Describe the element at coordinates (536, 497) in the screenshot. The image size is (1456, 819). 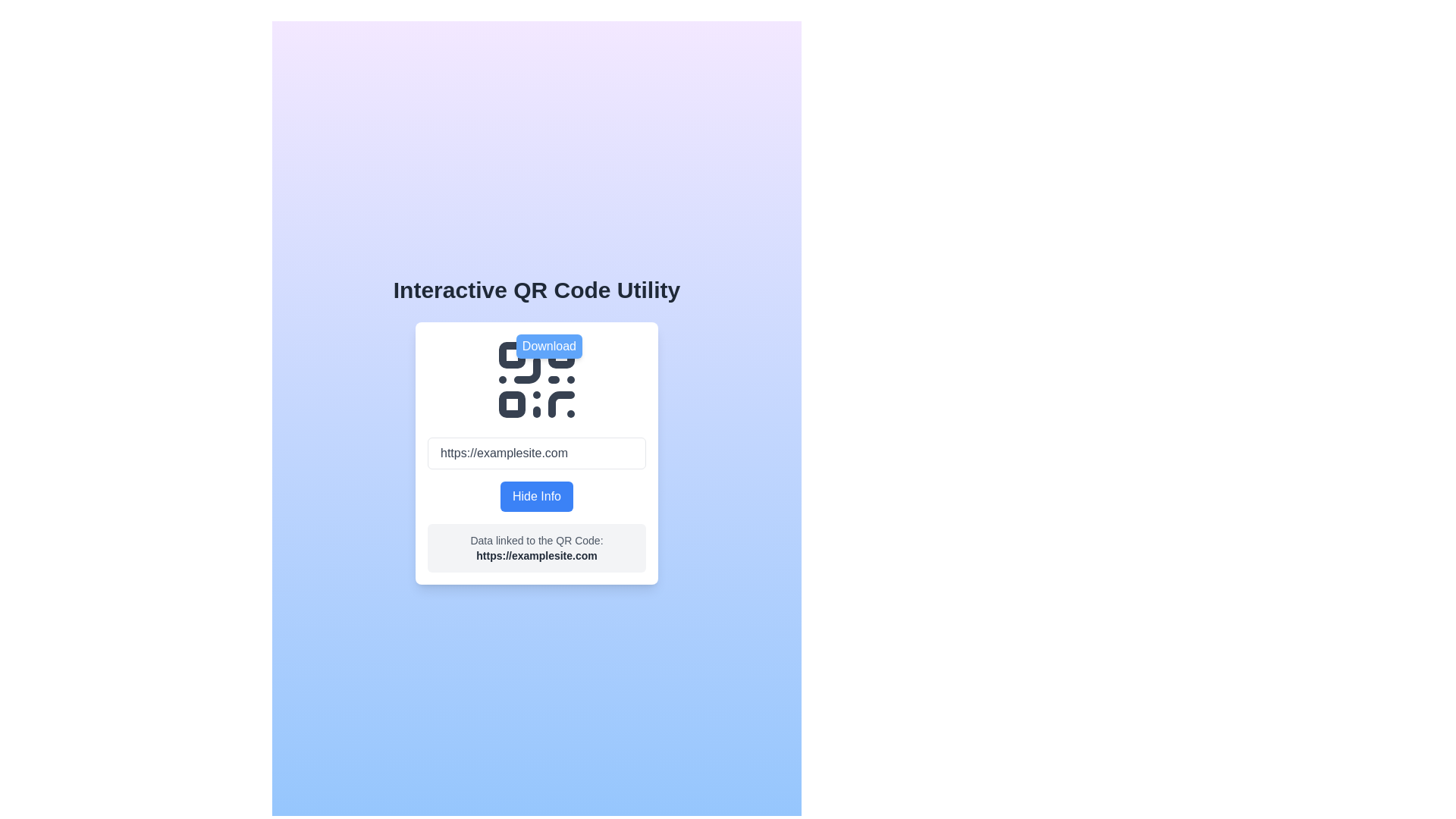
I see `the 'Hide Info' button, which is a rectangular button with rounded corners, blue background, and white text` at that location.